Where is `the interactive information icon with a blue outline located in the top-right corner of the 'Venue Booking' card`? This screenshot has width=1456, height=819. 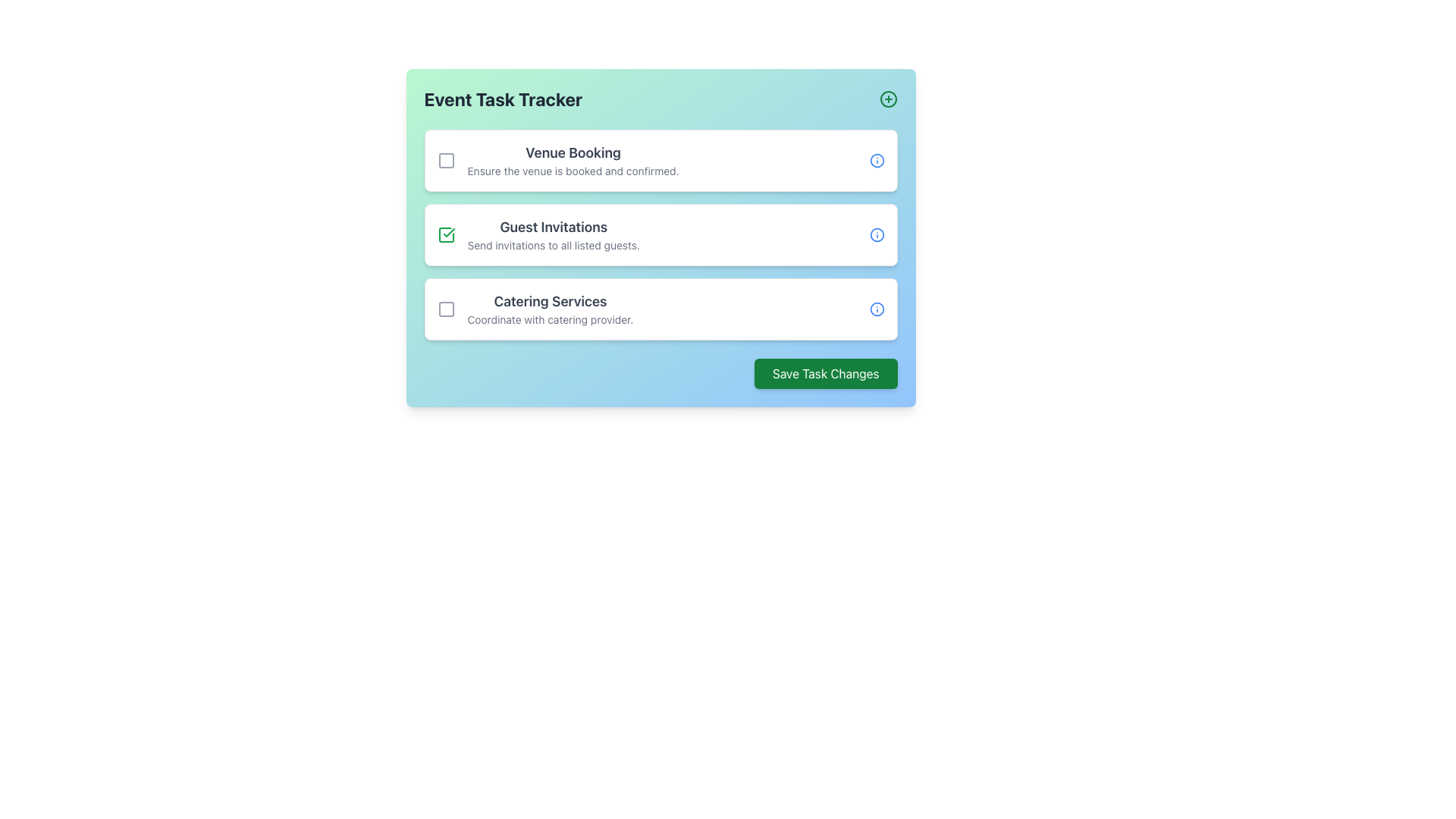 the interactive information icon with a blue outline located in the top-right corner of the 'Venue Booking' card is located at coordinates (877, 161).